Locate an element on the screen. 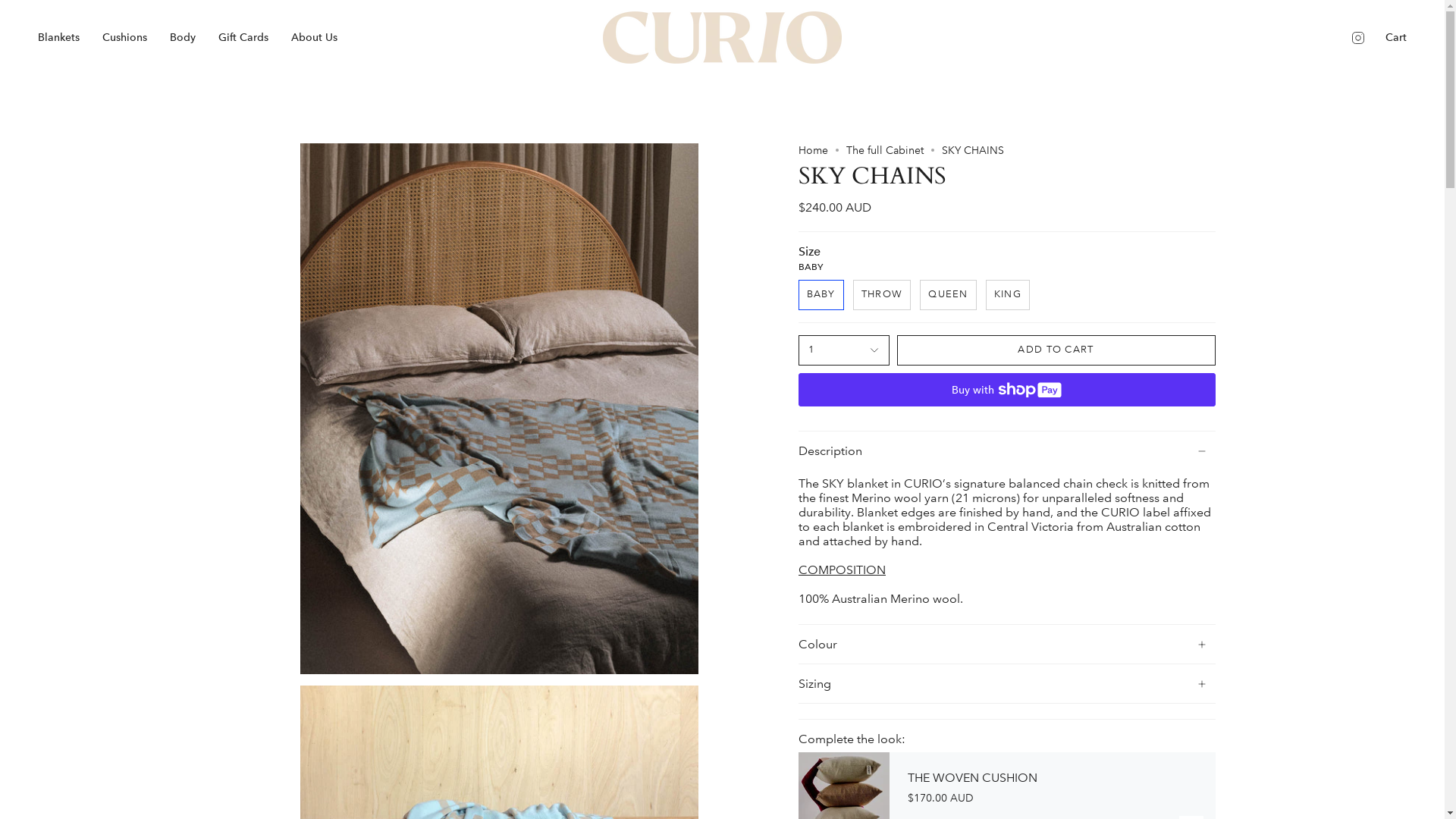 This screenshot has height=819, width=1456. 'Blankets' is located at coordinates (58, 36).